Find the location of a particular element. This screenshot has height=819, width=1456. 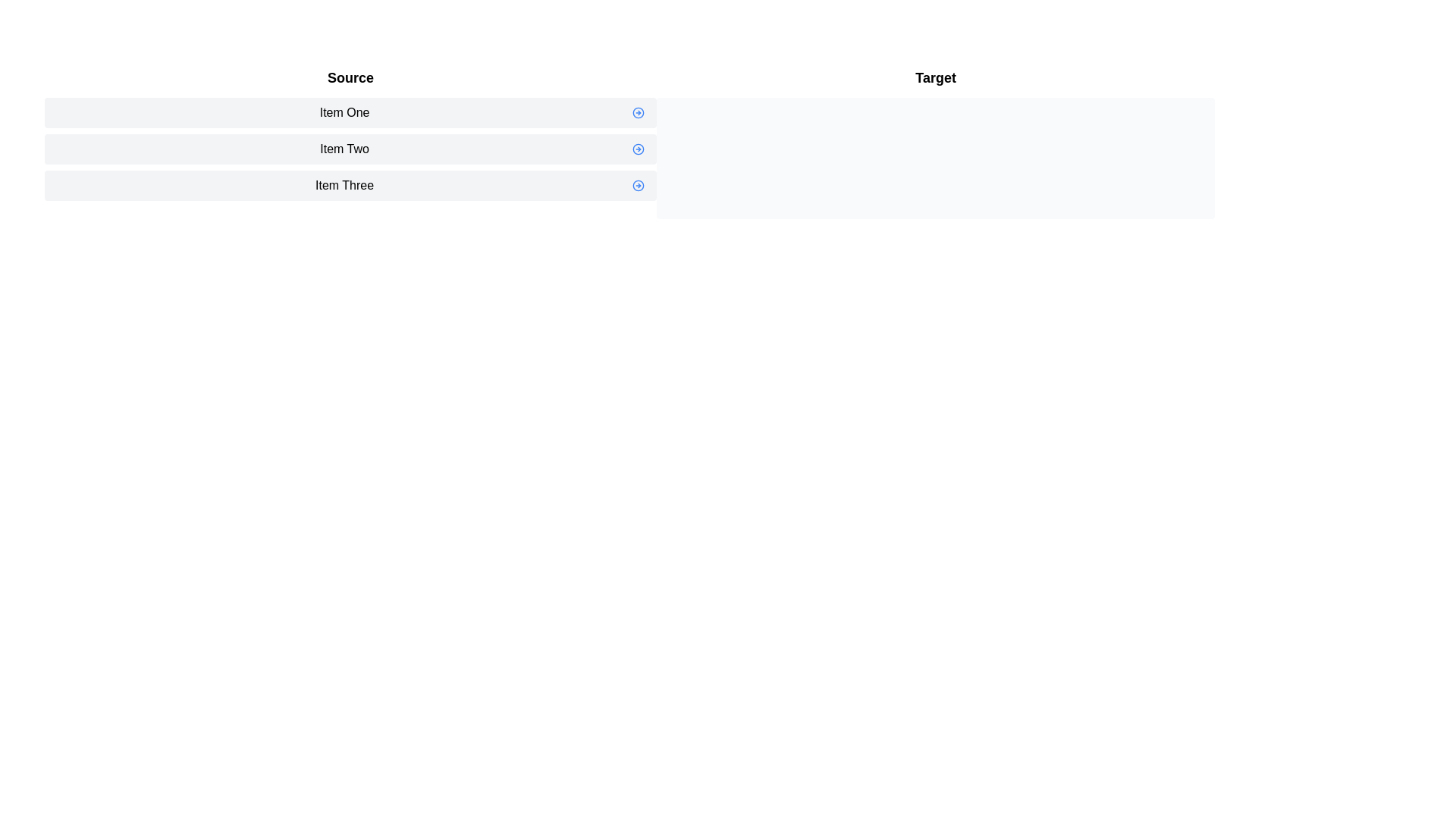

the list item in the 'Source' section is located at coordinates (350, 149).